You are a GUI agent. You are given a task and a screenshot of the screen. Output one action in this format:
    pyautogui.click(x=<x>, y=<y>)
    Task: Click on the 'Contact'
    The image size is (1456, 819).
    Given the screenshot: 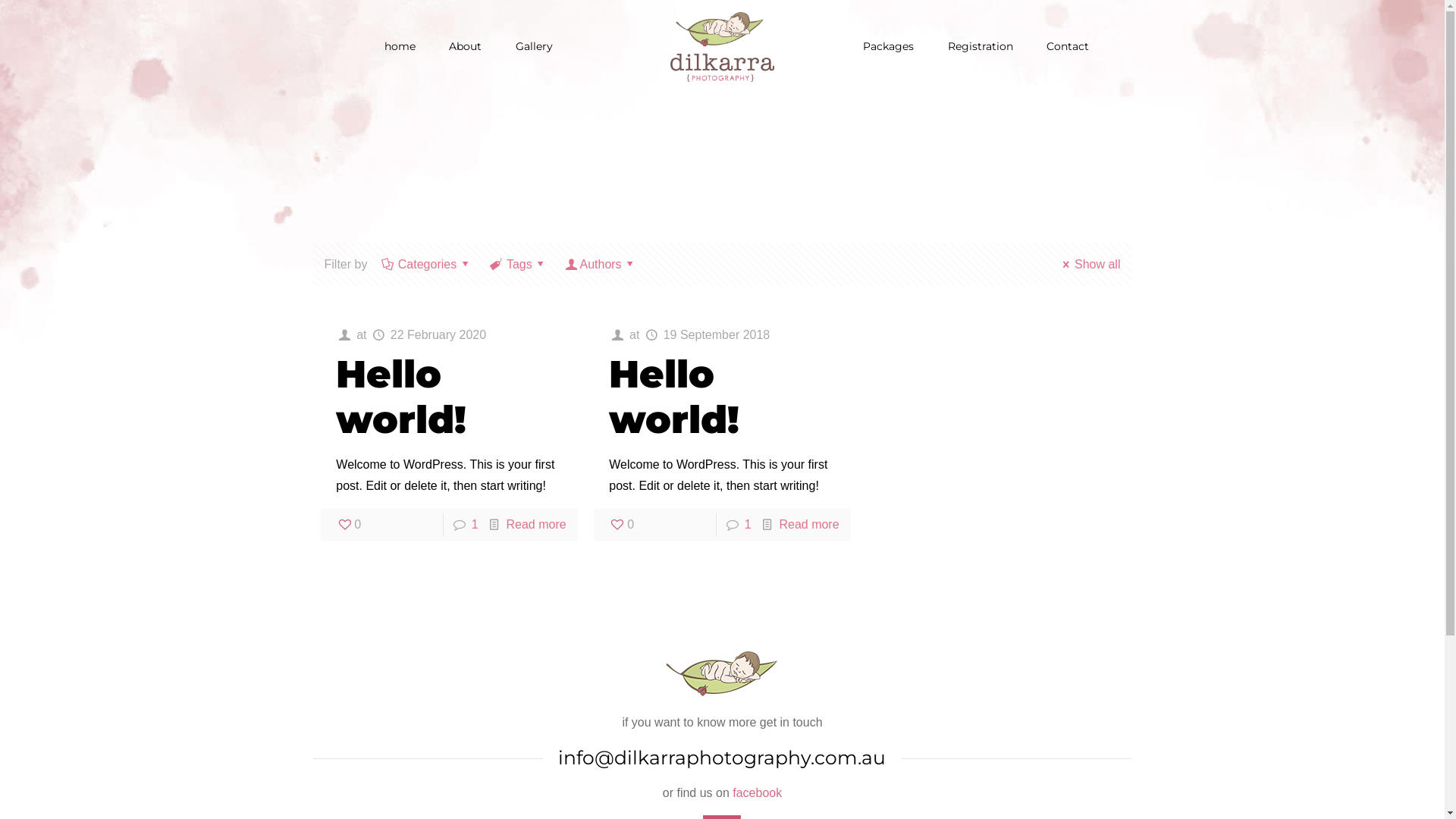 What is the action you would take?
    pyautogui.click(x=1066, y=45)
    